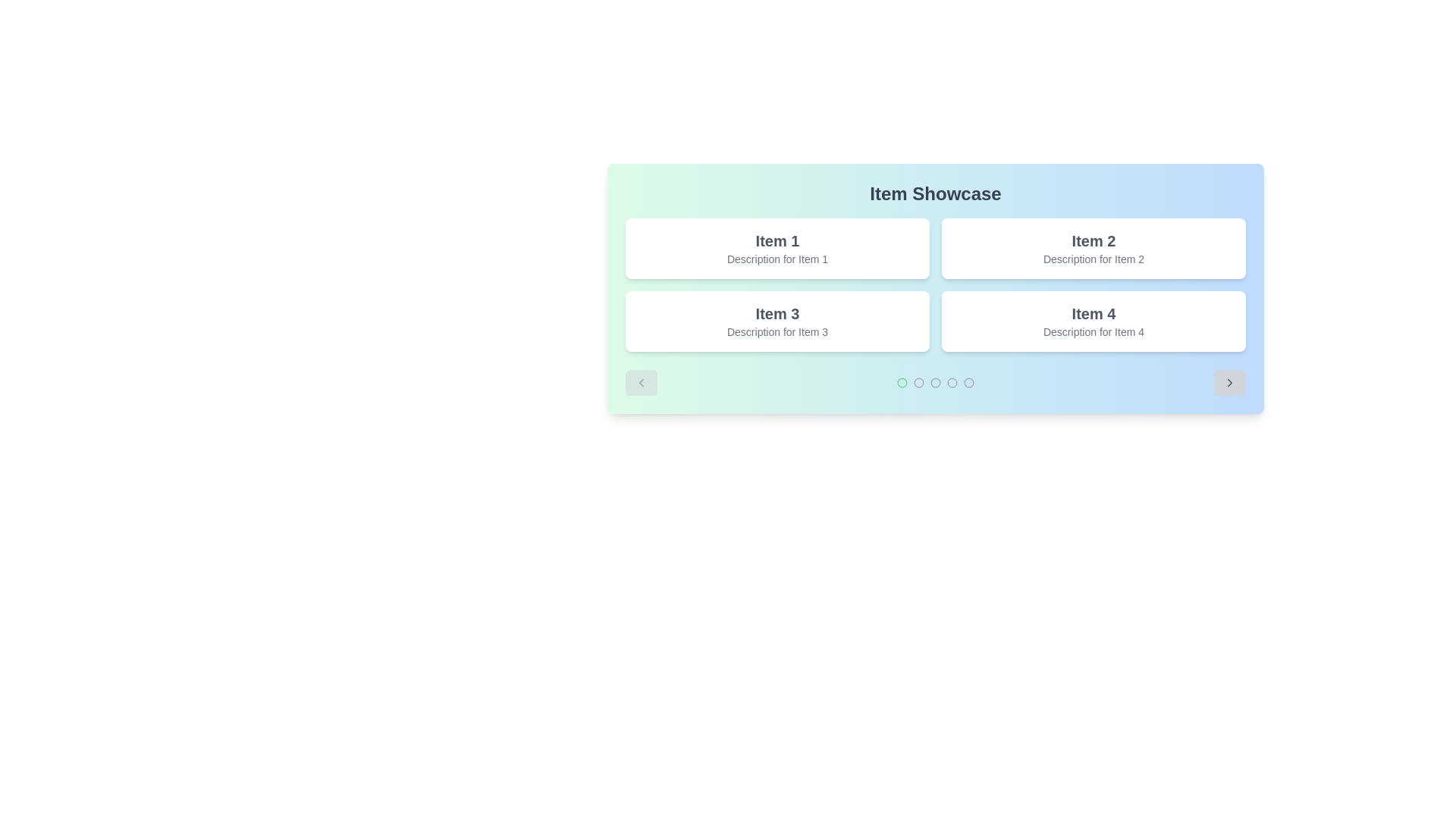 The height and width of the screenshot is (819, 1456). What do you see at coordinates (1230, 382) in the screenshot?
I see `the rightward arrow icon button located at the bottom-right corner of the interface` at bounding box center [1230, 382].